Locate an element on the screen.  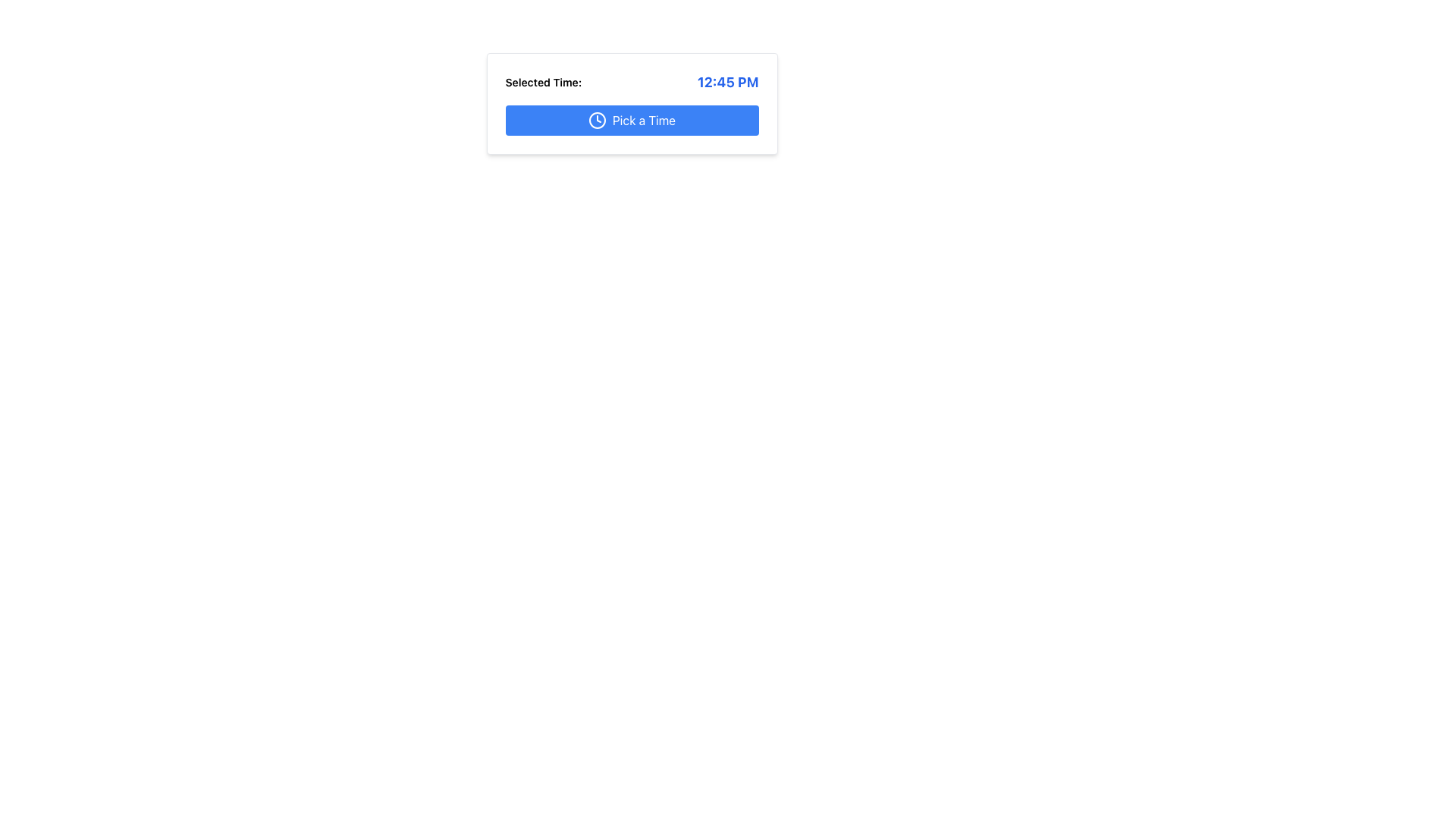
the interactive button located below the 'Selected Time: 12:45 PM' text is located at coordinates (632, 119).